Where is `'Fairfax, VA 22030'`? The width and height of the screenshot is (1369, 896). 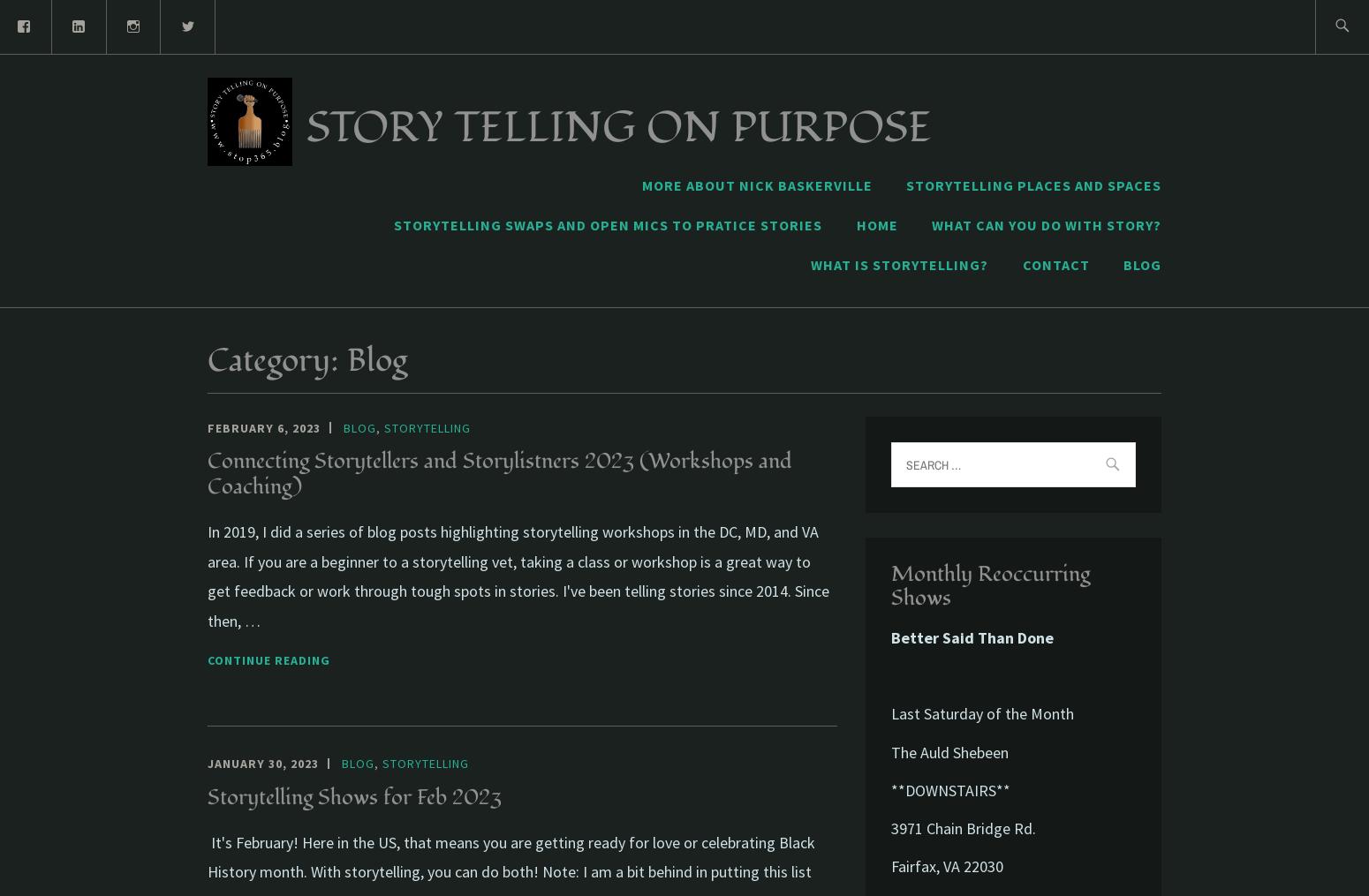
'Fairfax, VA 22030' is located at coordinates (947, 866).